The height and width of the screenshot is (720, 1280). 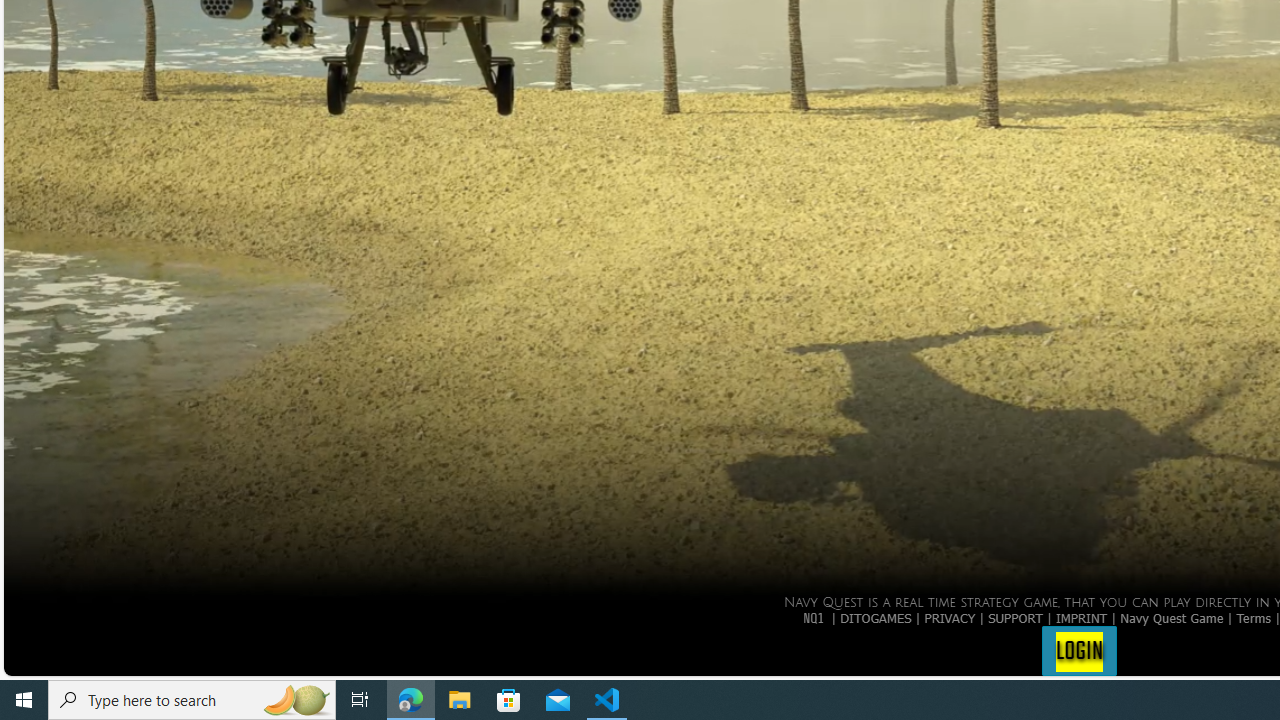 I want to click on 'Navy Quest Game', so click(x=1171, y=616).